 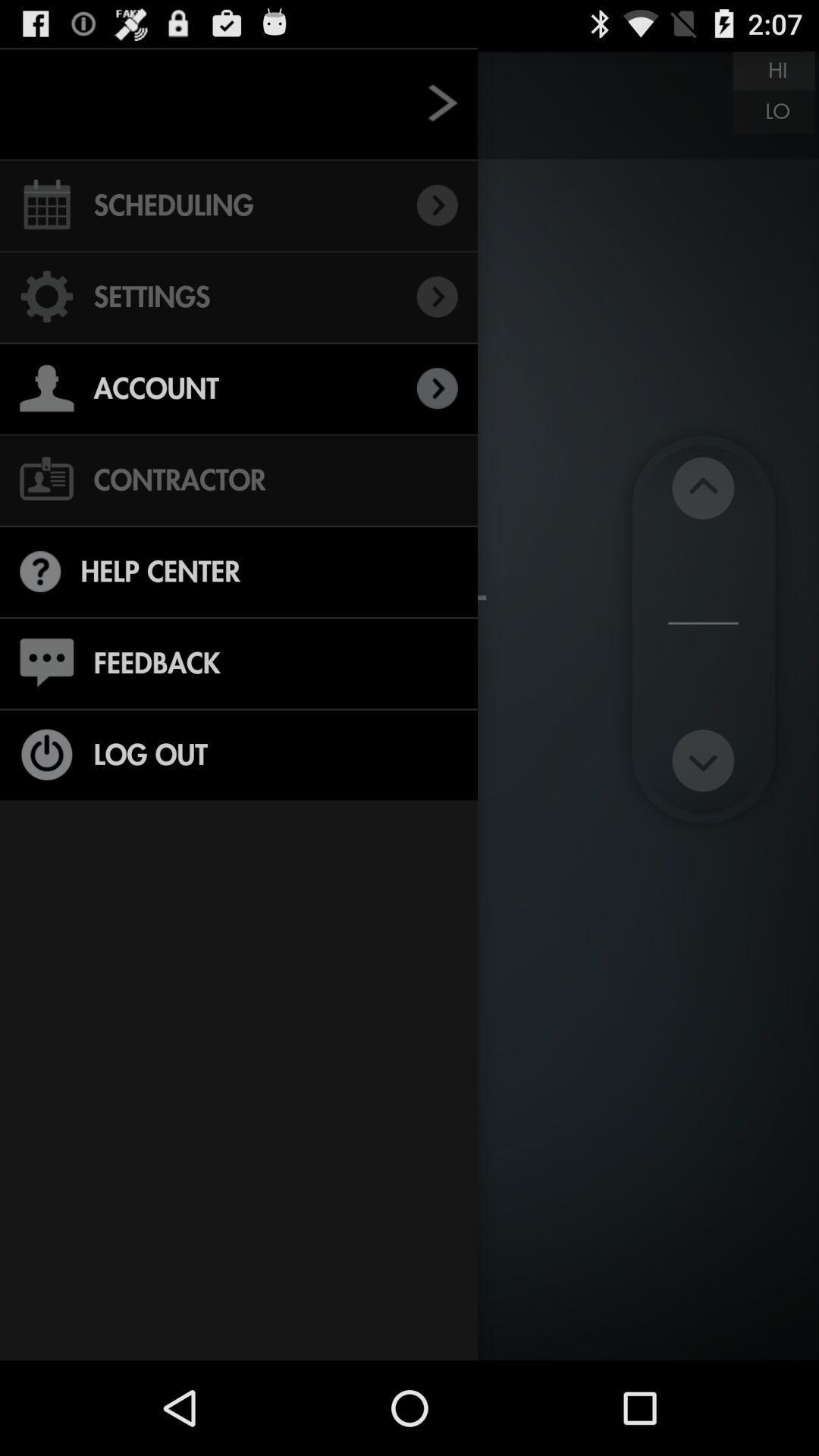 I want to click on upward arrow buton at right middle, so click(x=703, y=488).